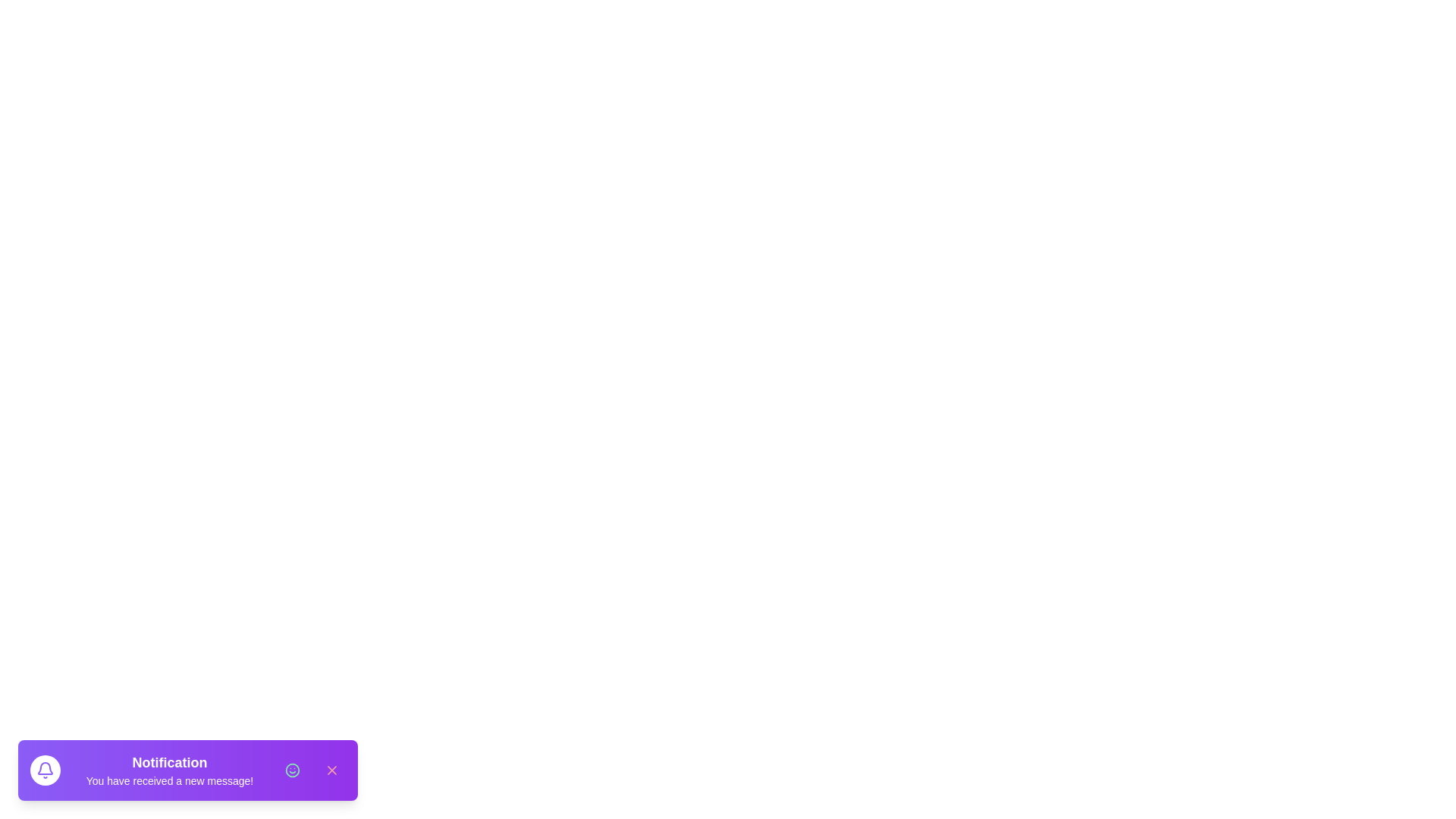 The image size is (1456, 819). Describe the element at coordinates (331, 770) in the screenshot. I see `the 'X' button to close the notification` at that location.